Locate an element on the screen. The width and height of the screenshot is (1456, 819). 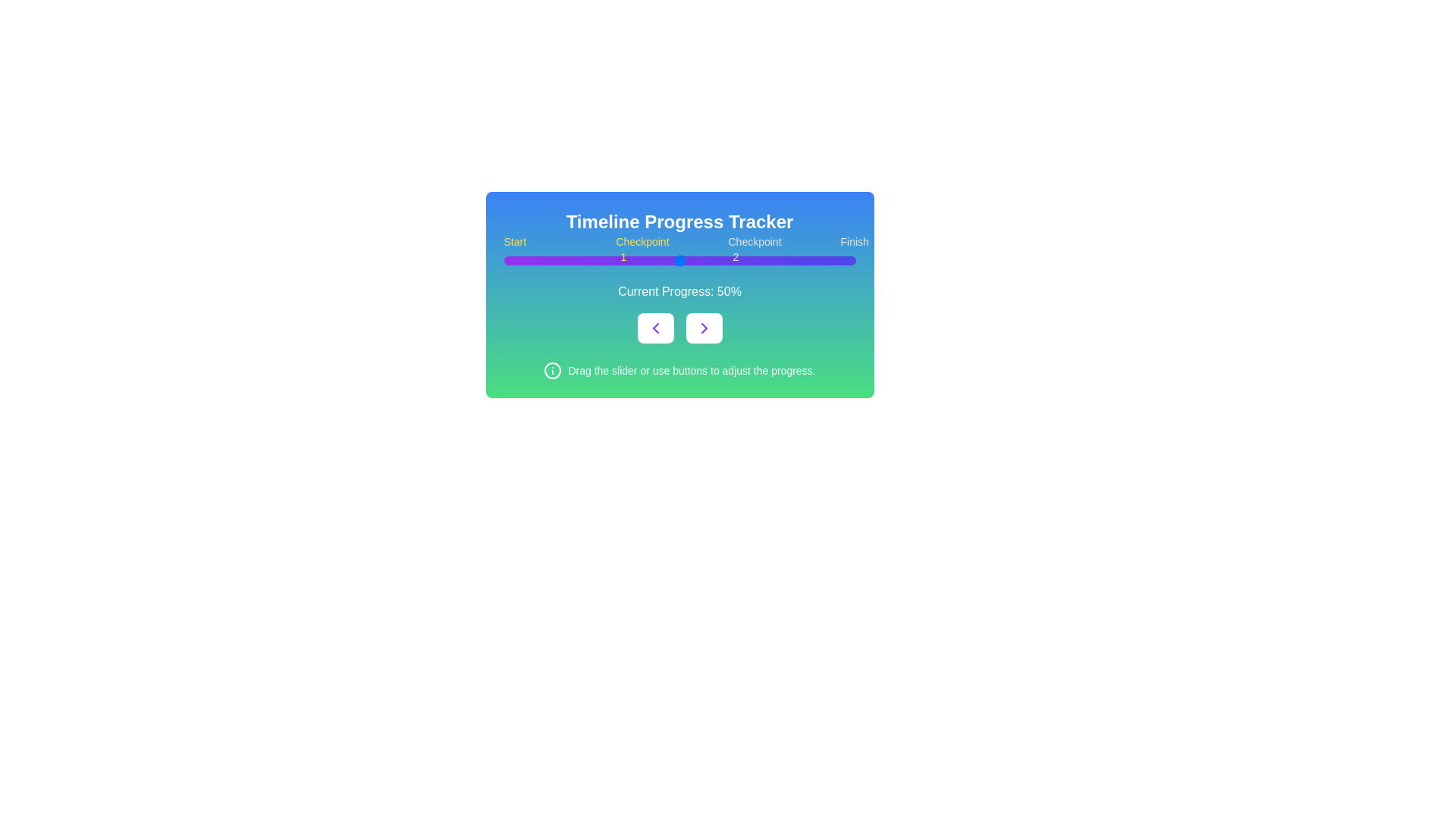
progress on the slider is located at coordinates (757, 259).